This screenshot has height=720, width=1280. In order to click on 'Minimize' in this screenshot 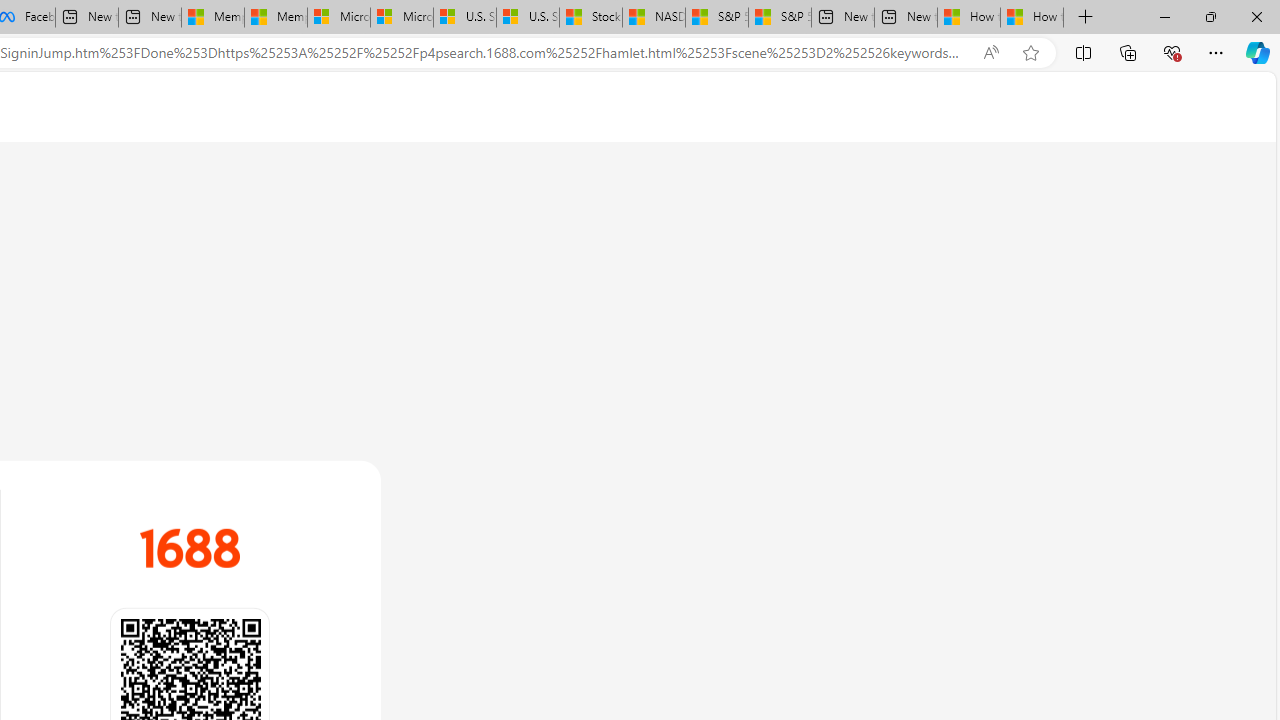, I will do `click(1164, 16)`.